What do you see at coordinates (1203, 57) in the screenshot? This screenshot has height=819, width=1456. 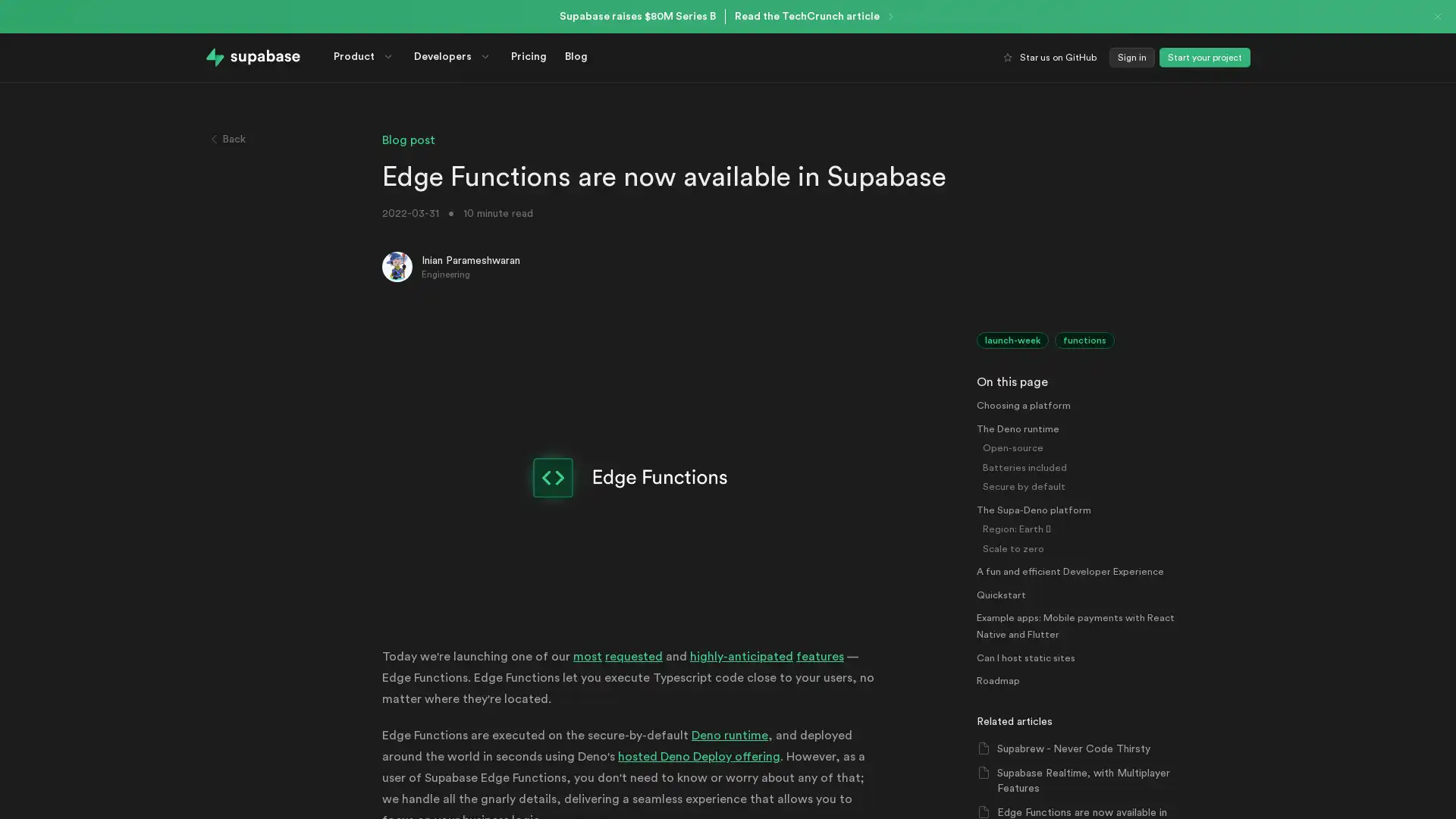 I see `Start your project` at bounding box center [1203, 57].